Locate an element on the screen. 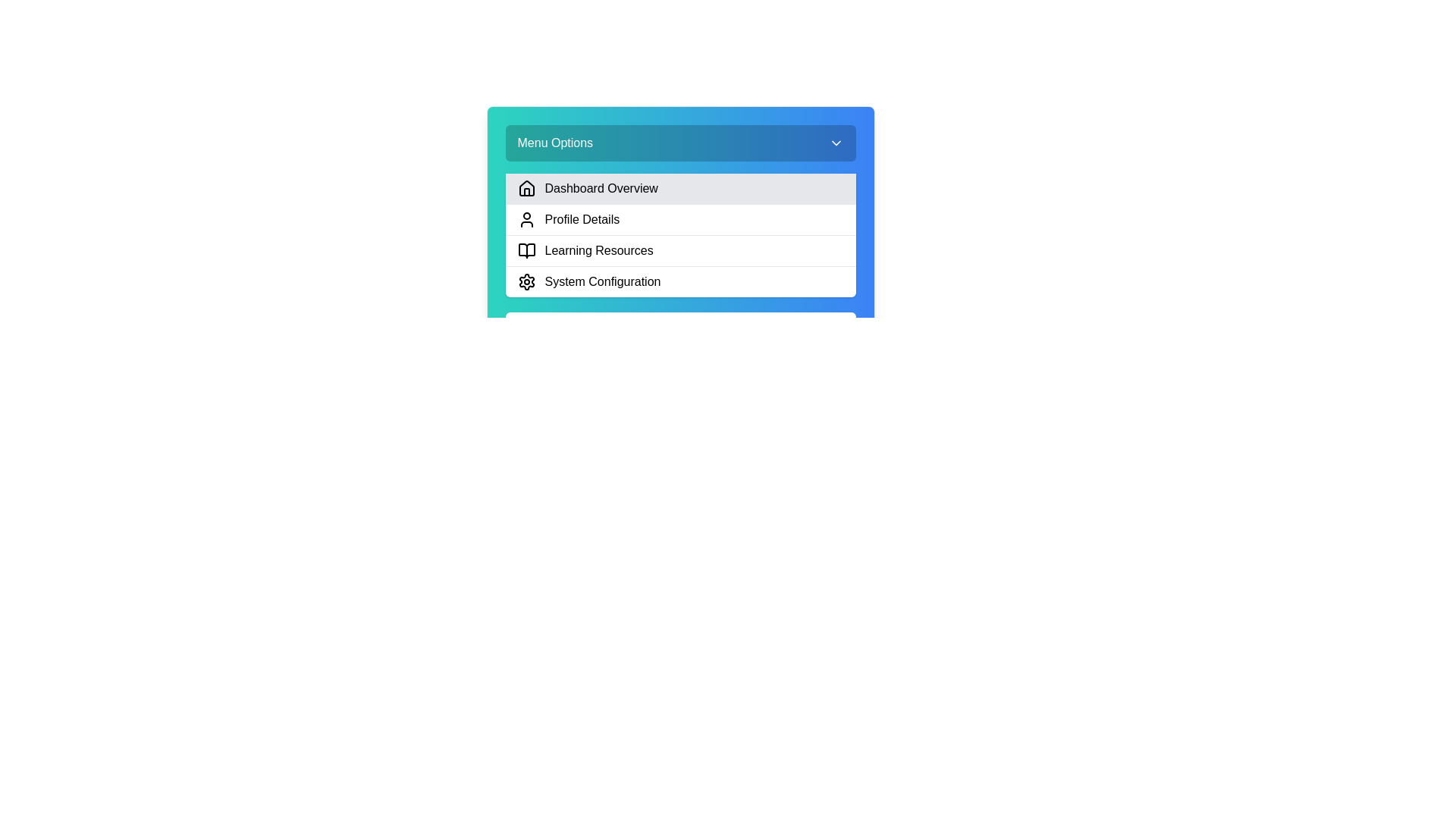  the user profile silhouette icon located to the left of the 'Profile Details' text label in the menu interface is located at coordinates (526, 219).